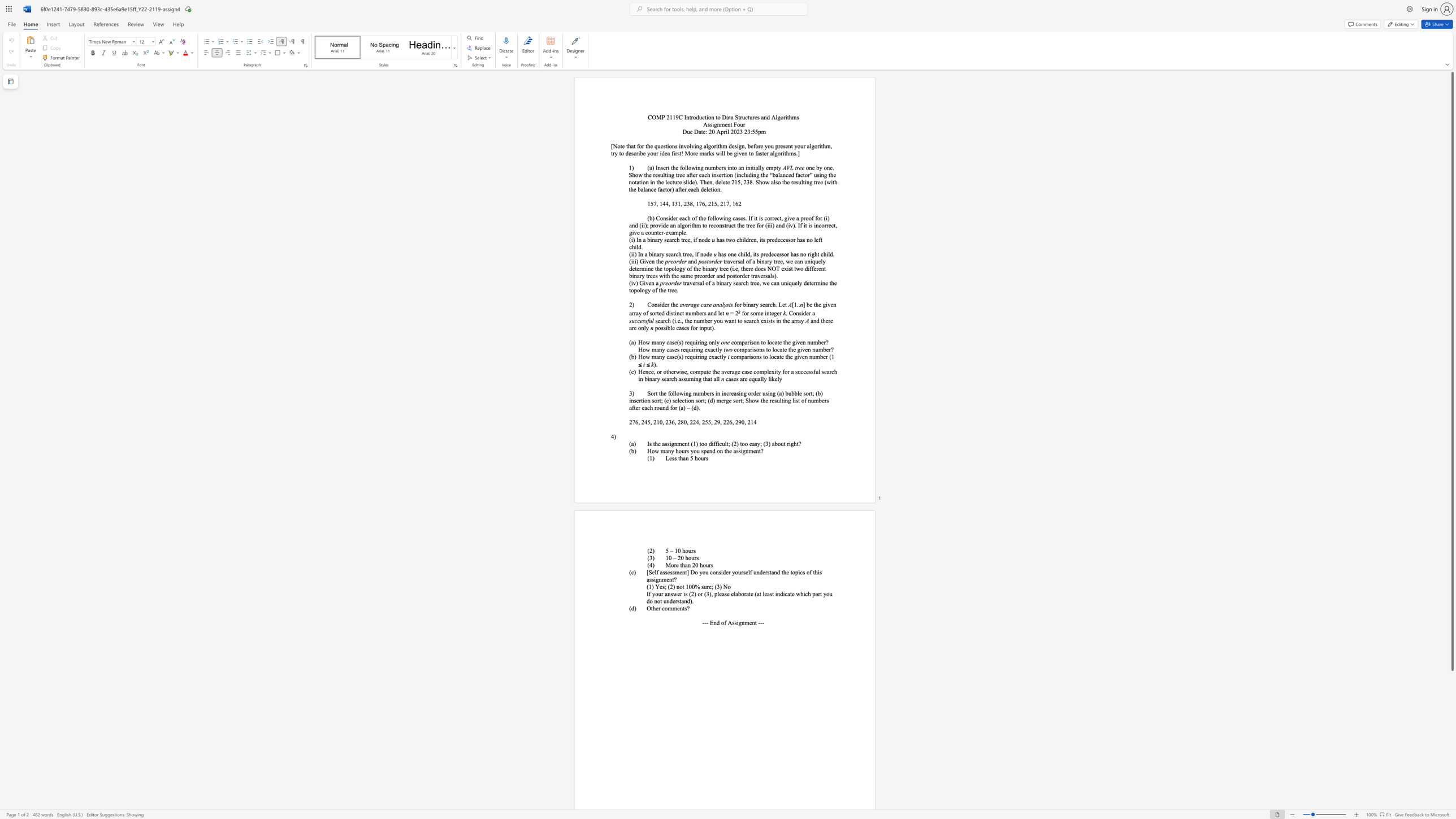  I want to click on the subset text "nmen" within the text "Assignment Four", so click(717, 124).